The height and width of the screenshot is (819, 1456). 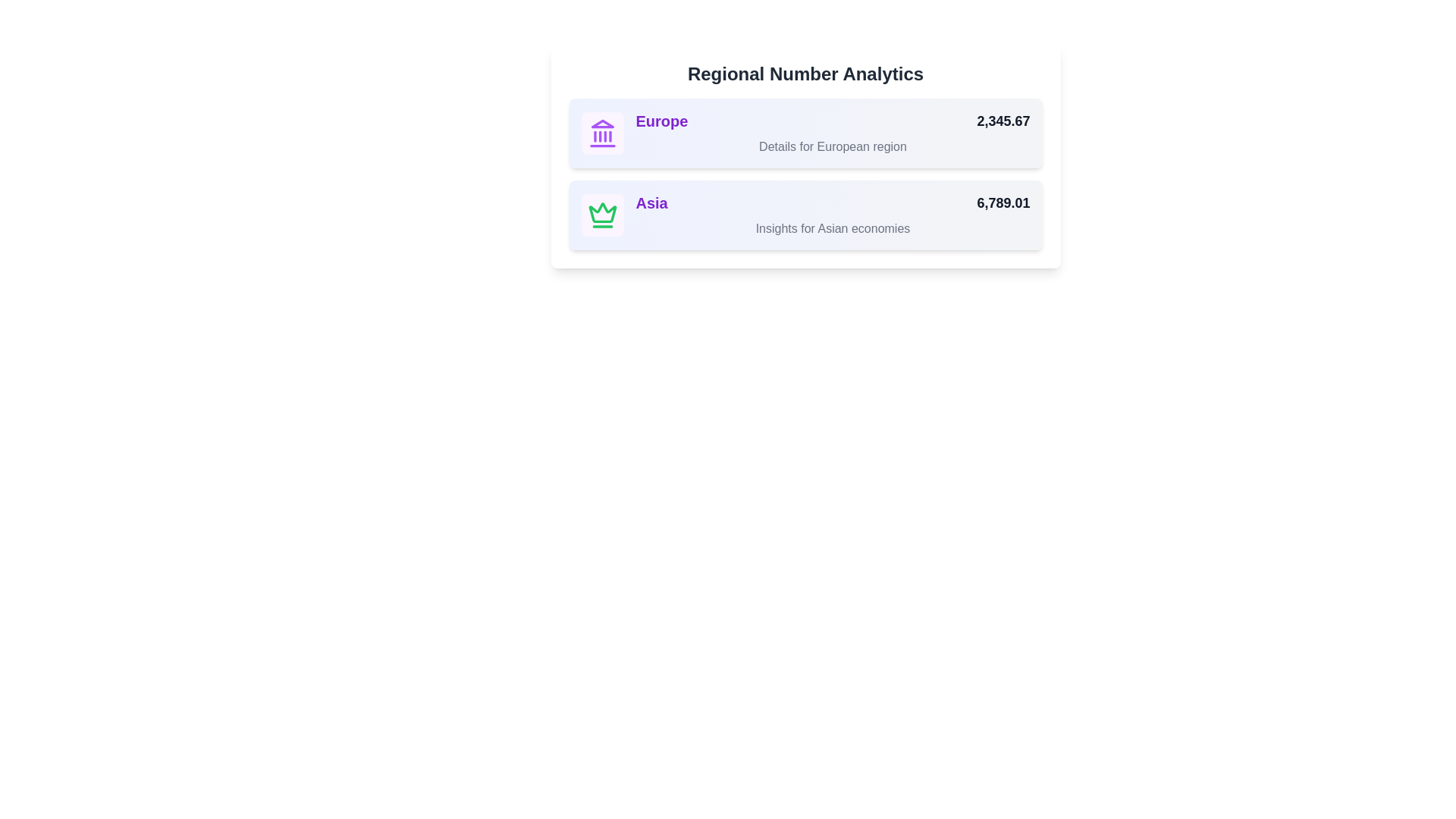 I want to click on the numerical value text display located in the upper right corner of the European region's data box, adjacent to the text 'Europe', so click(x=1003, y=120).